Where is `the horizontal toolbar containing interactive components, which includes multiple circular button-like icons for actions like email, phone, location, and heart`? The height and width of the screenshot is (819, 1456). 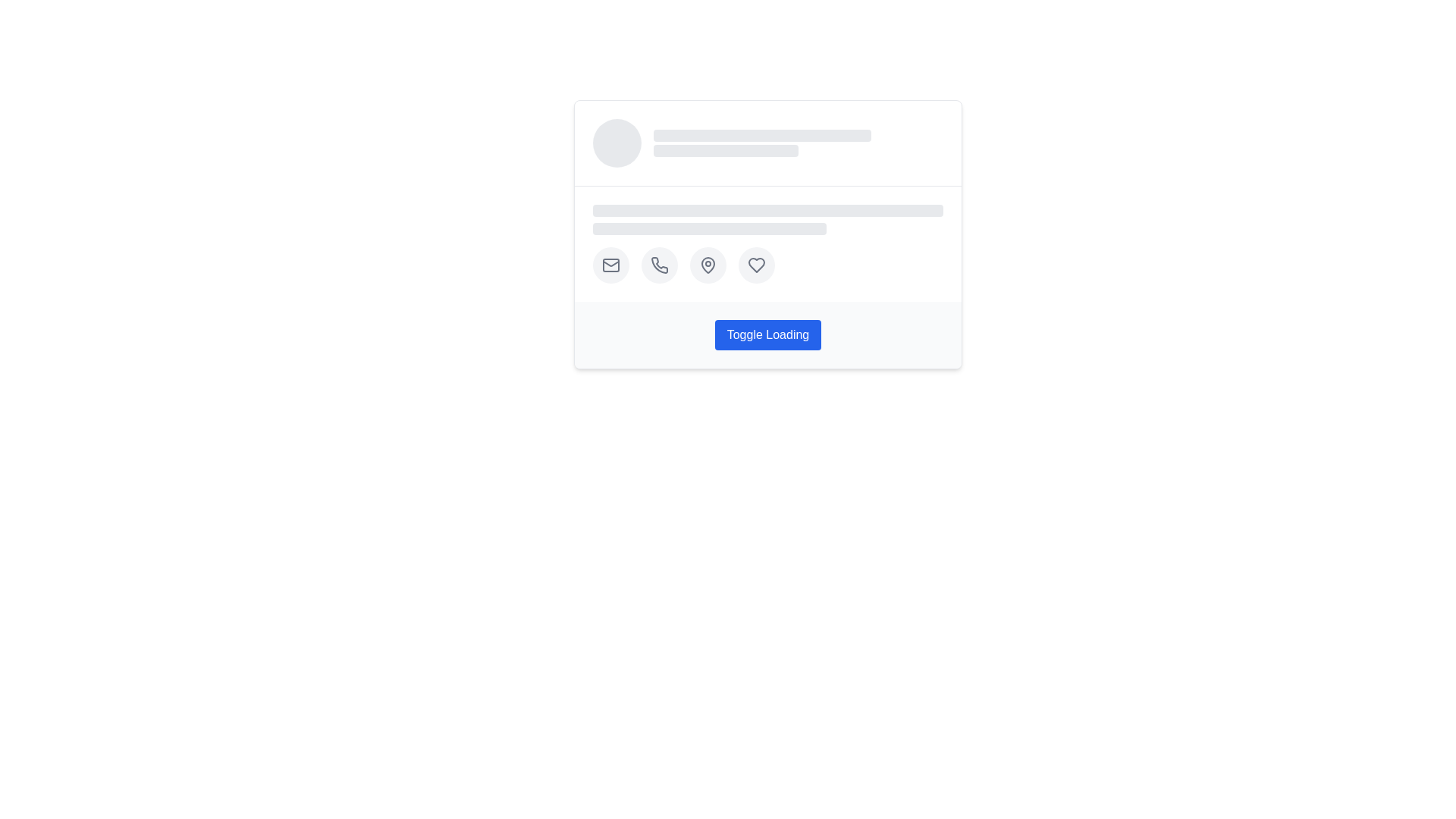
the horizontal toolbar containing interactive components, which includes multiple circular button-like icons for actions like email, phone, location, and heart is located at coordinates (767, 265).